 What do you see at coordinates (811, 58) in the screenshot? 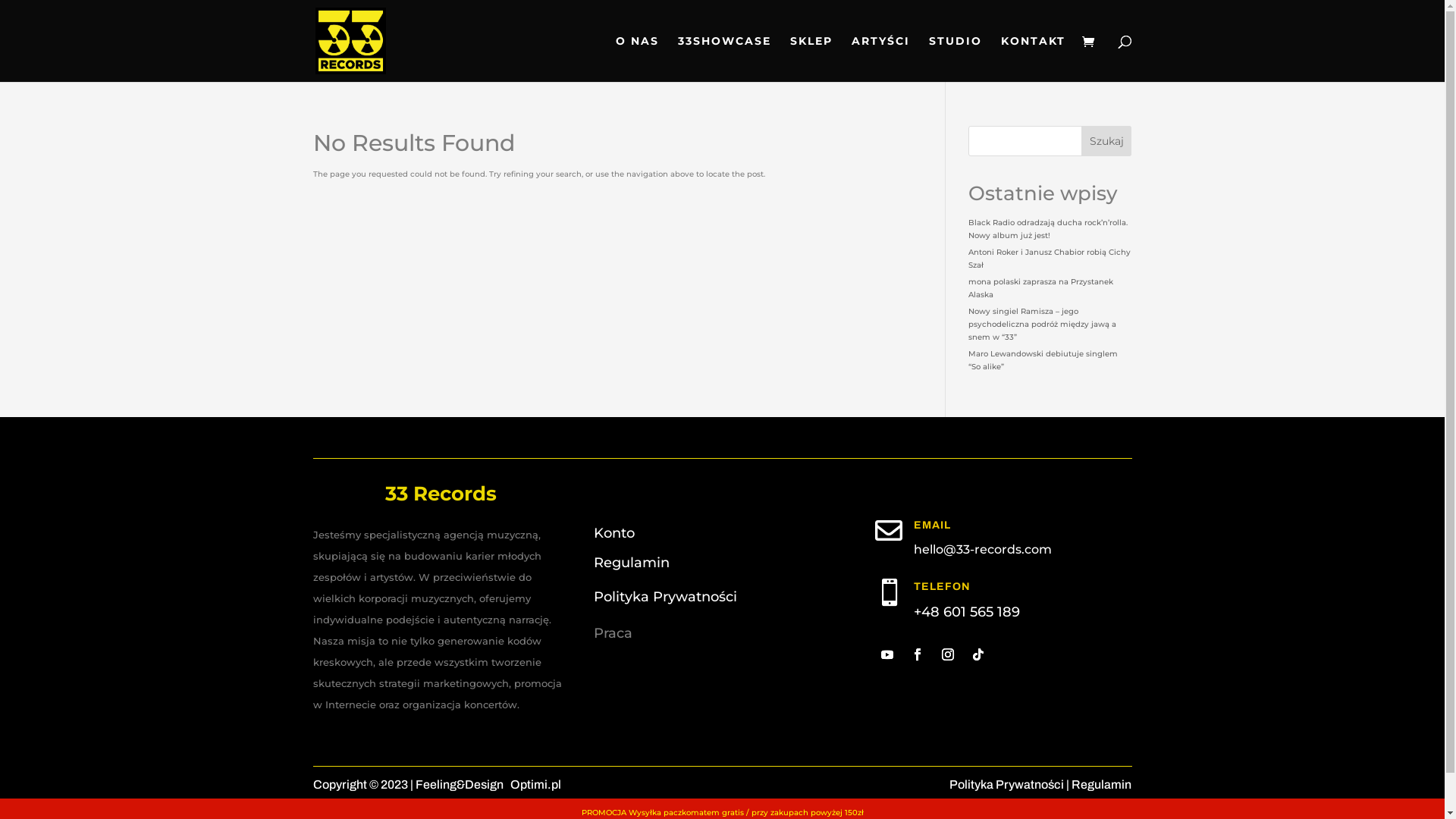
I see `'SKLEP'` at bounding box center [811, 58].